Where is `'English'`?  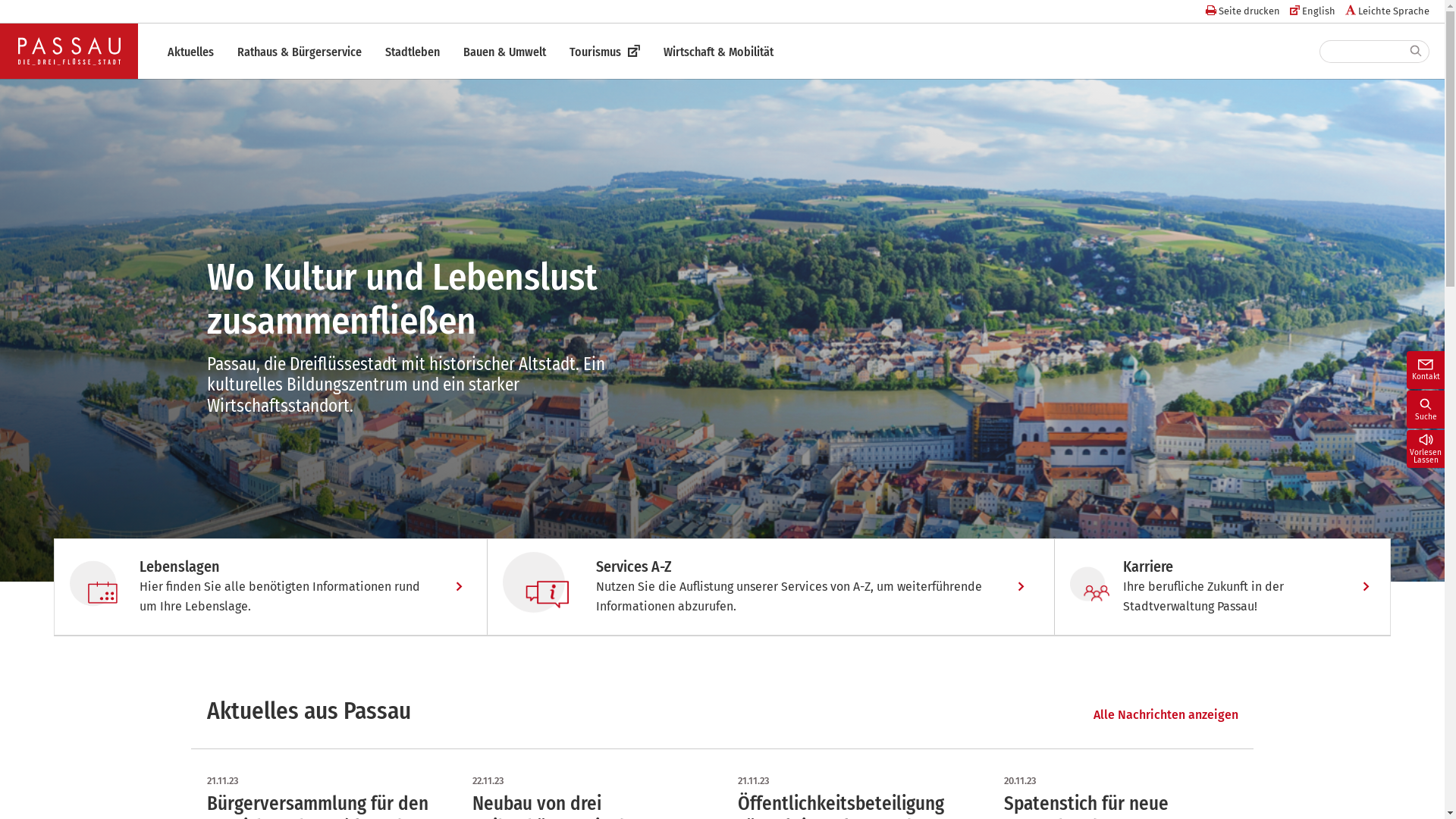 'English' is located at coordinates (1312, 11).